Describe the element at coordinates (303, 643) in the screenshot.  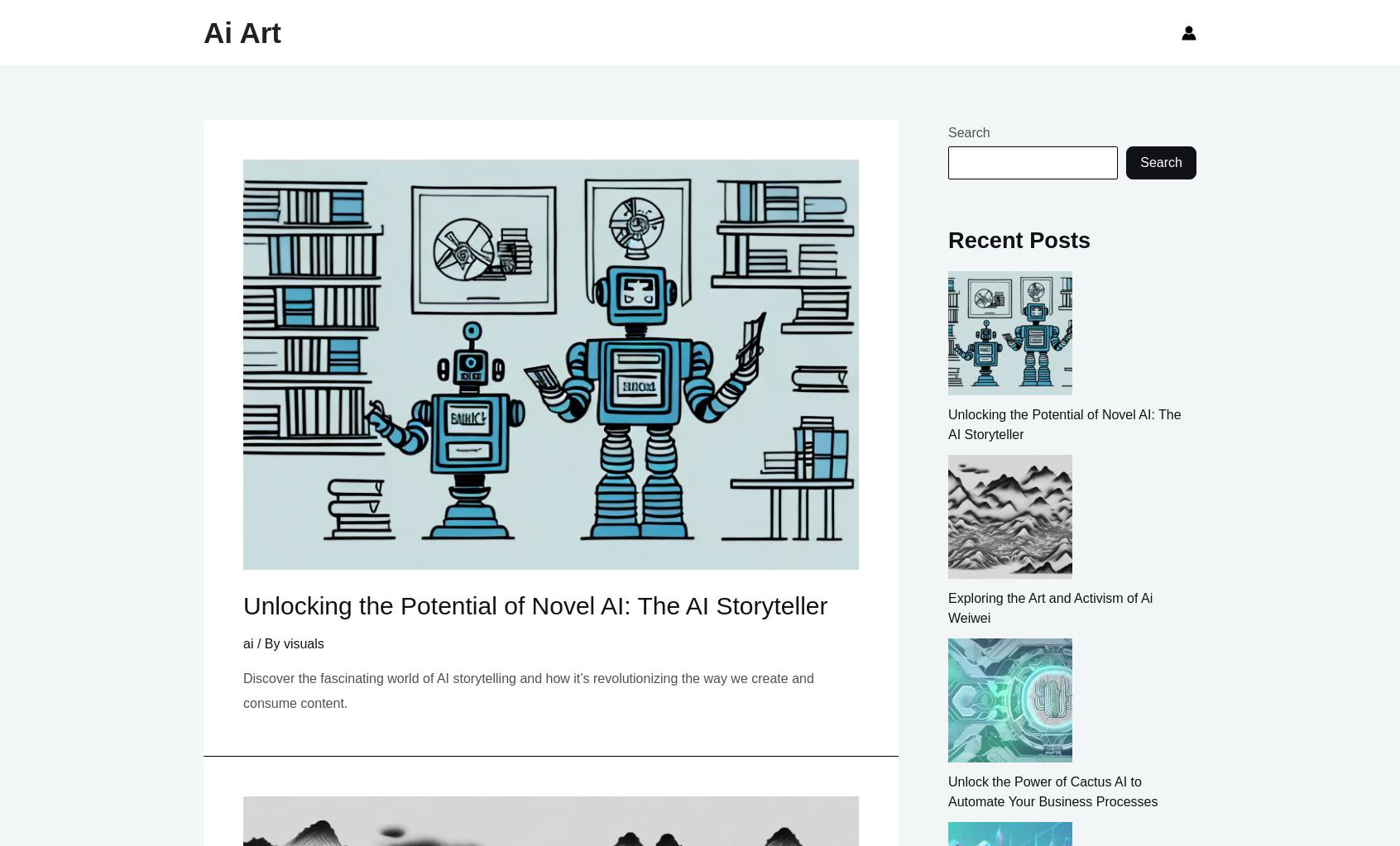
I see `'visuals'` at that location.